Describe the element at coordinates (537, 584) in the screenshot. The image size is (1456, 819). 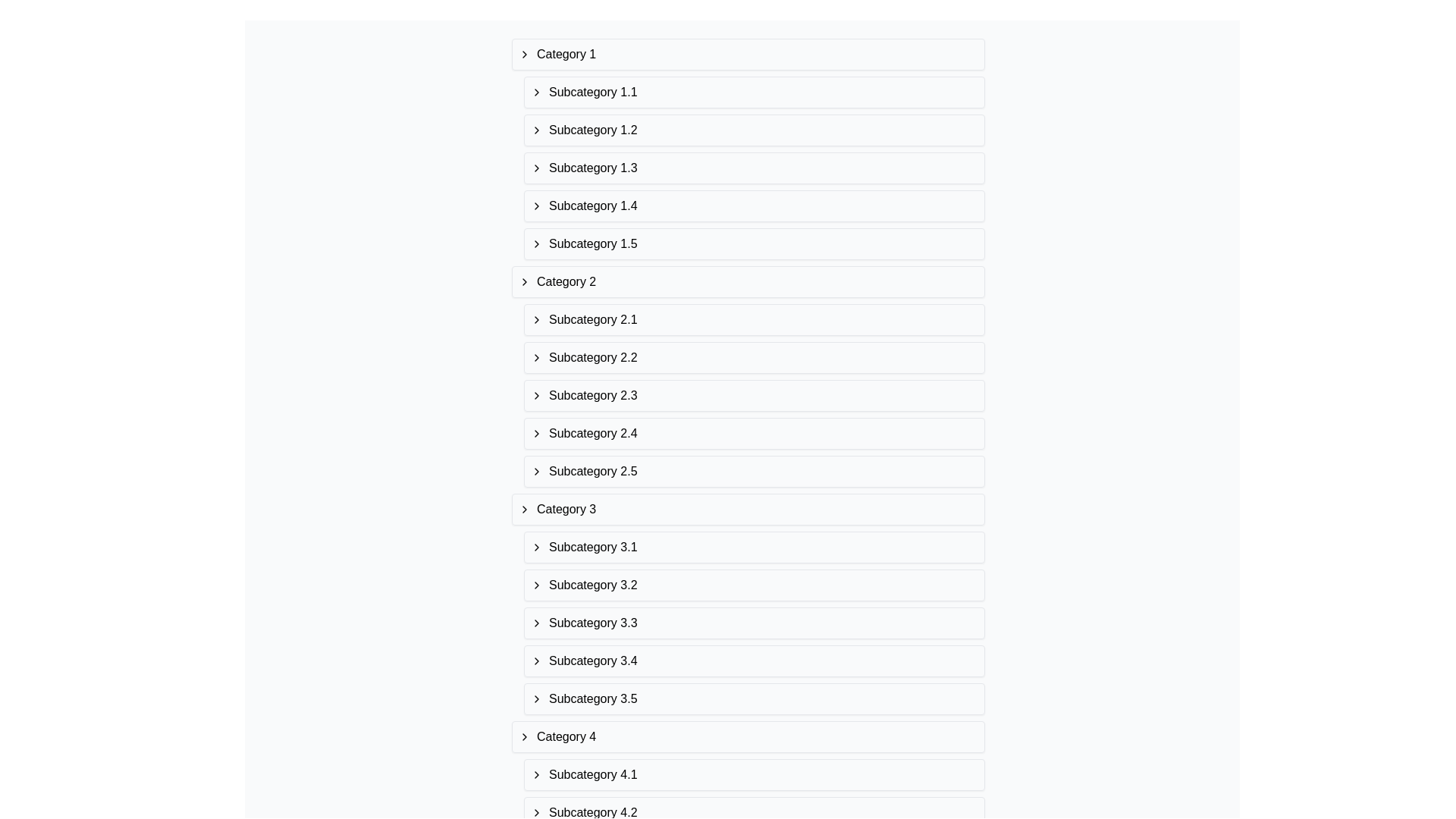
I see `the chevron icon next to the 'Subcategory 3.2' label, which indicates an expandable section` at that location.